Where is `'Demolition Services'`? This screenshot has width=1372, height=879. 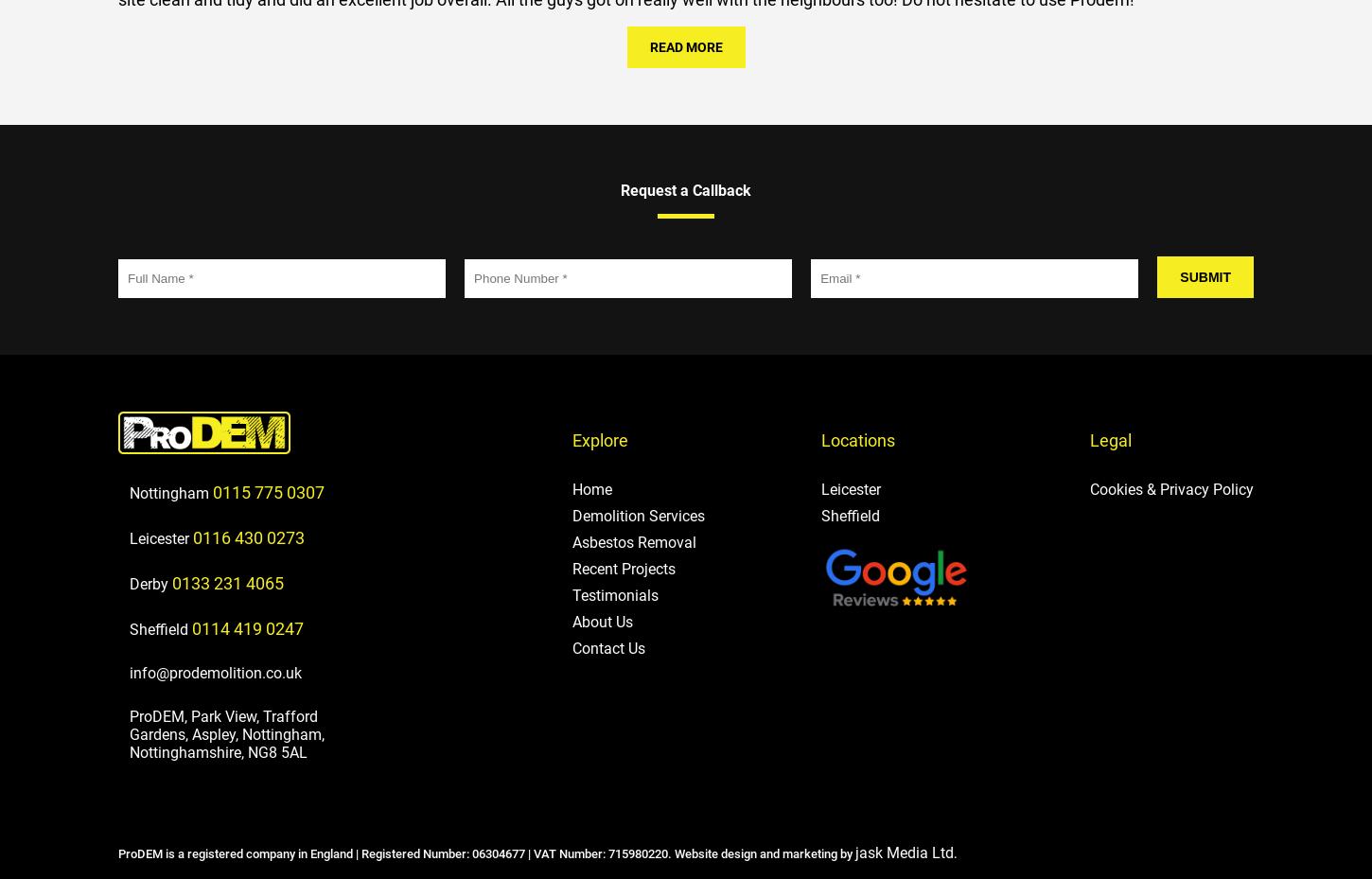
'Demolition Services' is located at coordinates (636, 515).